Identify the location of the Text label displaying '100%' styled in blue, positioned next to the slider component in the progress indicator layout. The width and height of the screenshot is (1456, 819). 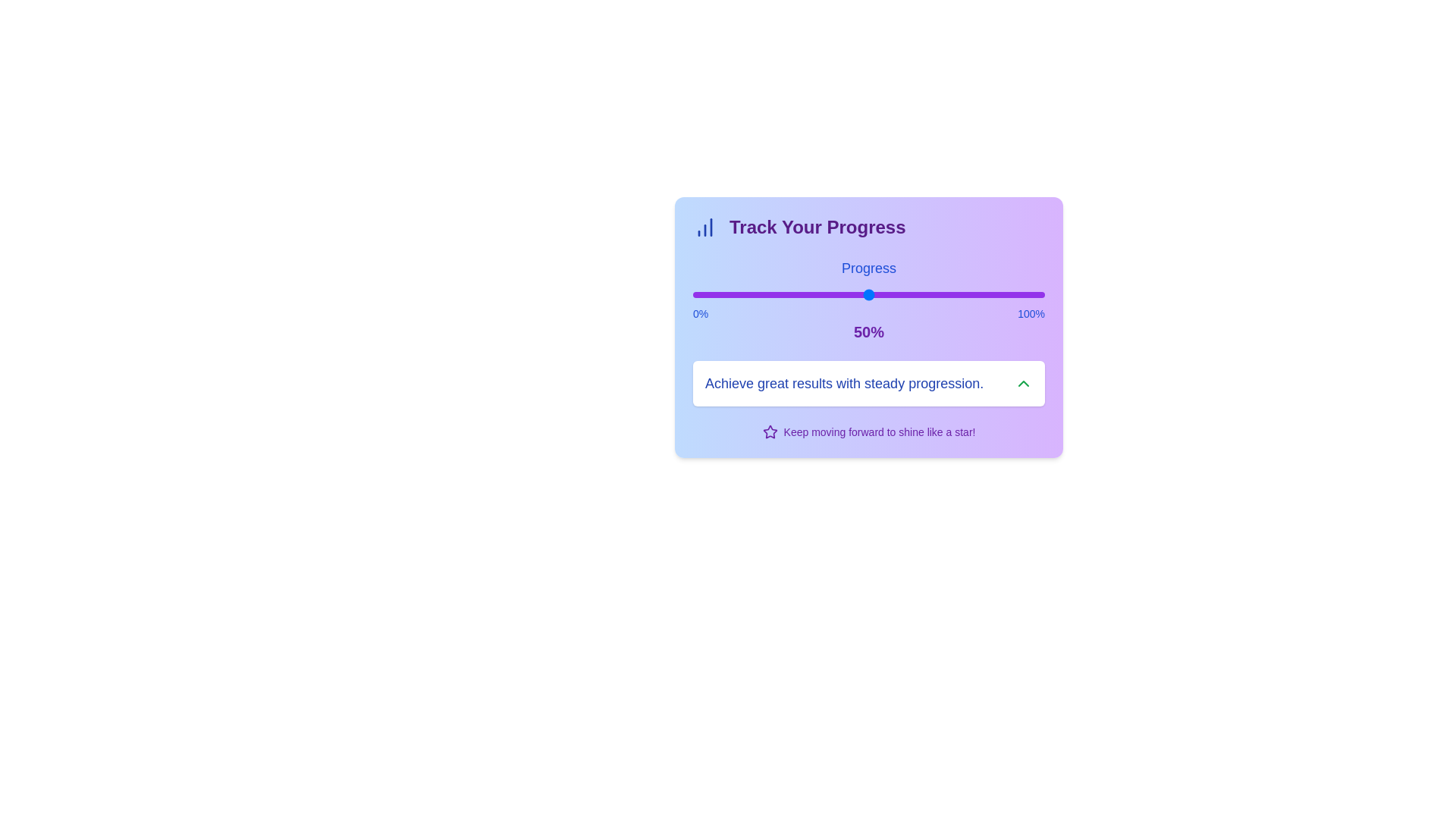
(1031, 312).